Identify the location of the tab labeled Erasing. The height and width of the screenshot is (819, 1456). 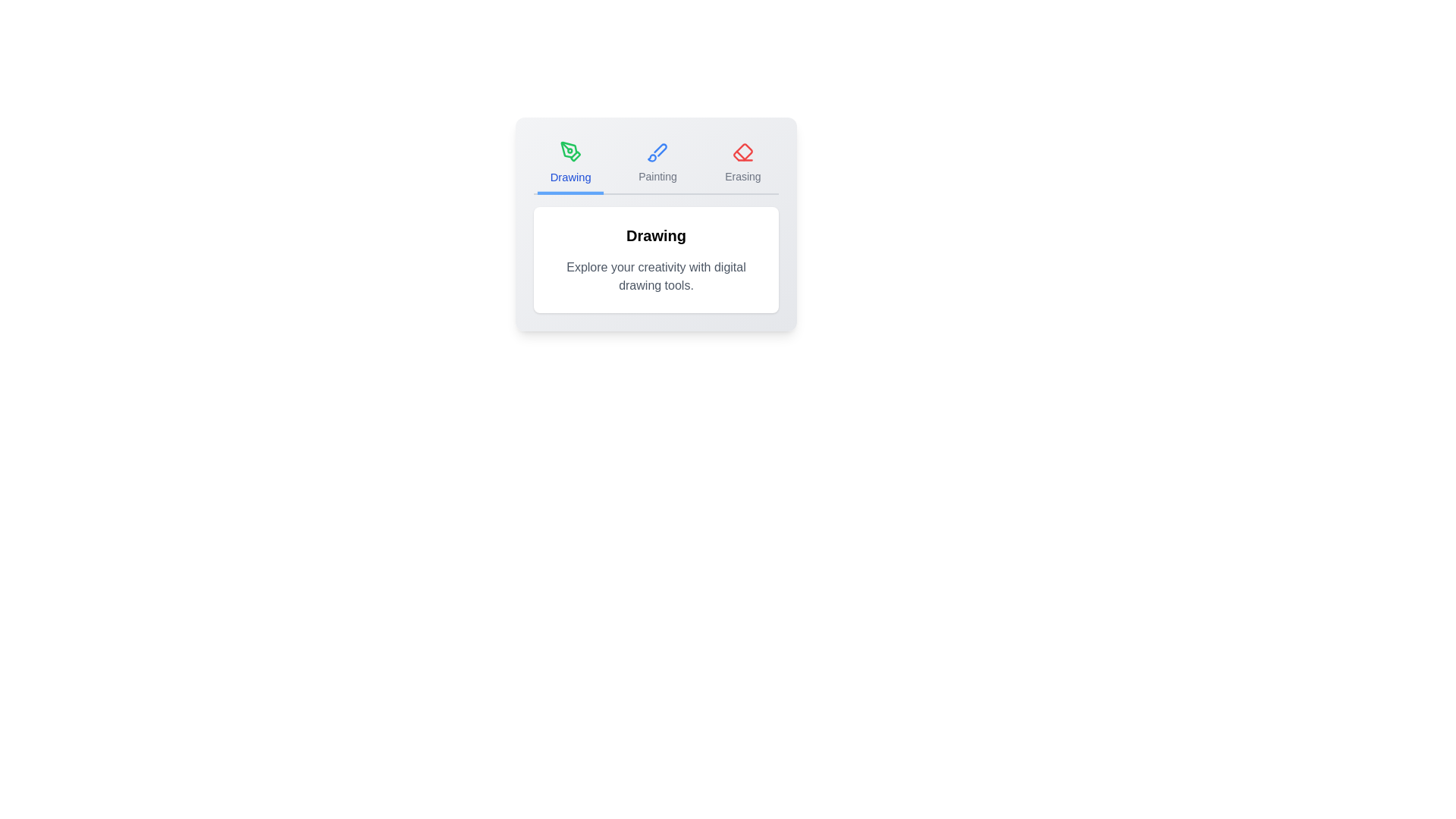
(742, 164).